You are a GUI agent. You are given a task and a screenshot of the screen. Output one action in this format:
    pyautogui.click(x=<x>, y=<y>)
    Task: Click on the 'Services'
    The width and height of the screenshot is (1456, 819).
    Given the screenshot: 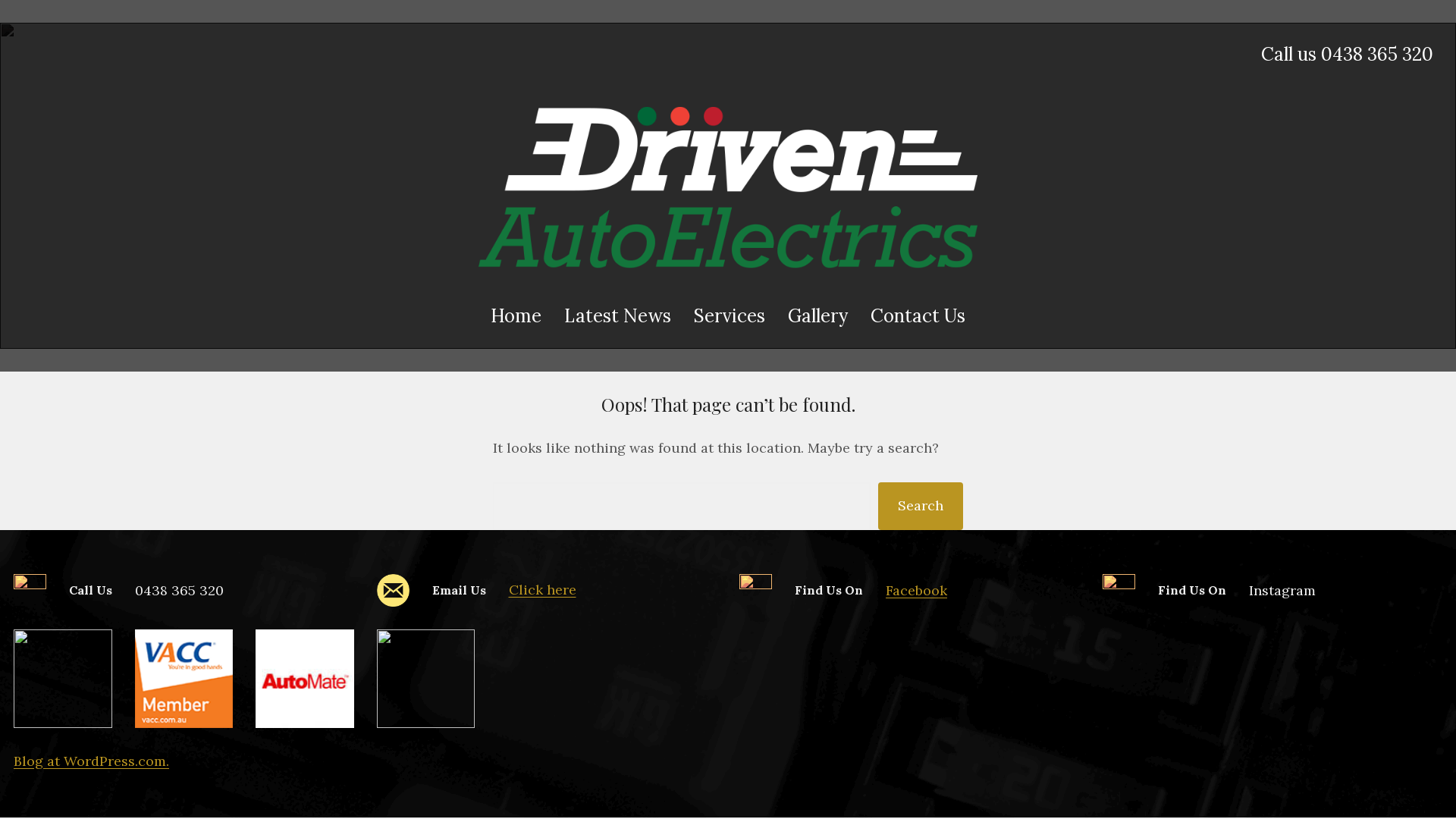 What is the action you would take?
    pyautogui.click(x=729, y=315)
    